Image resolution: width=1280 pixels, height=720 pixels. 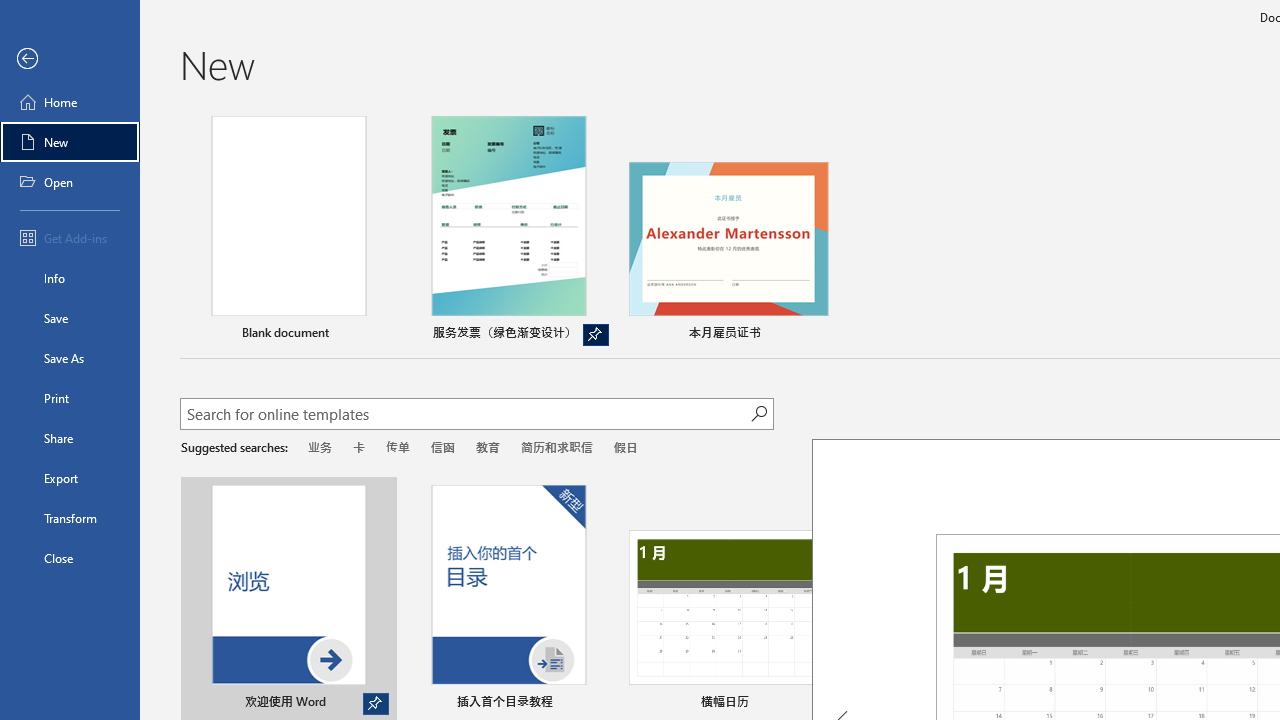 What do you see at coordinates (69, 517) in the screenshot?
I see `'Transform'` at bounding box center [69, 517].